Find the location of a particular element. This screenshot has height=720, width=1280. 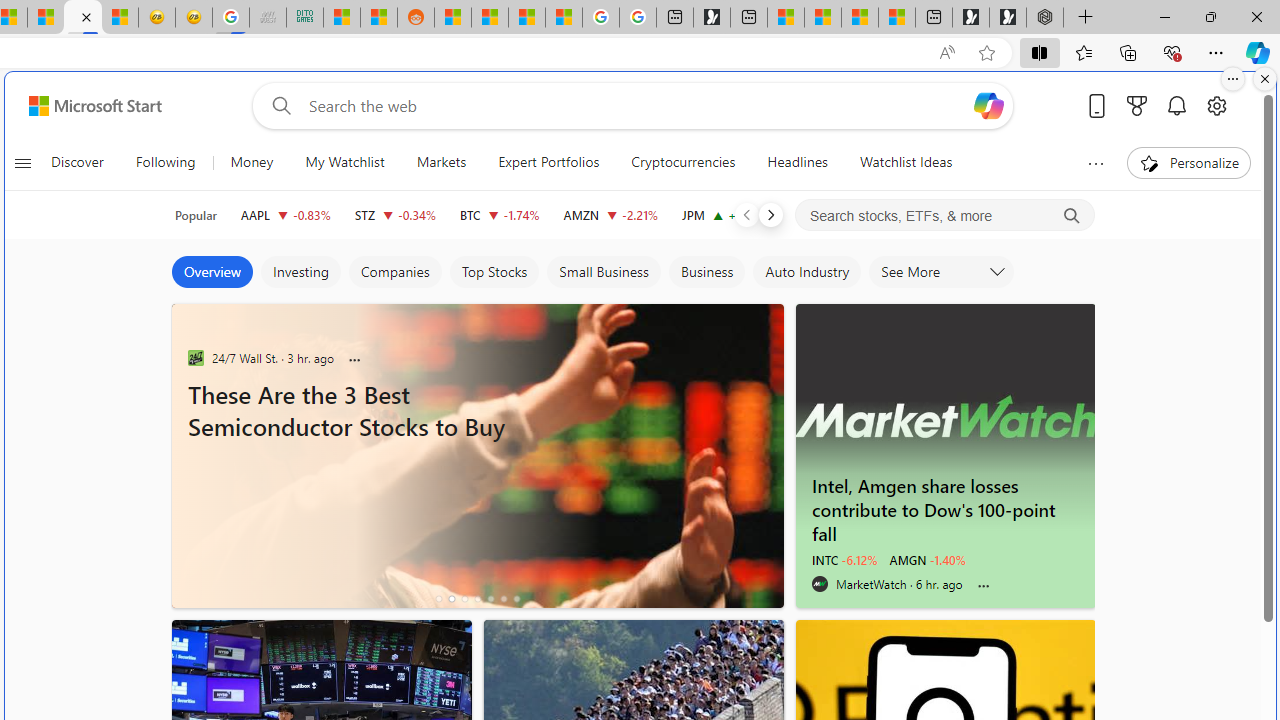

'Auto Industry' is located at coordinates (807, 272).